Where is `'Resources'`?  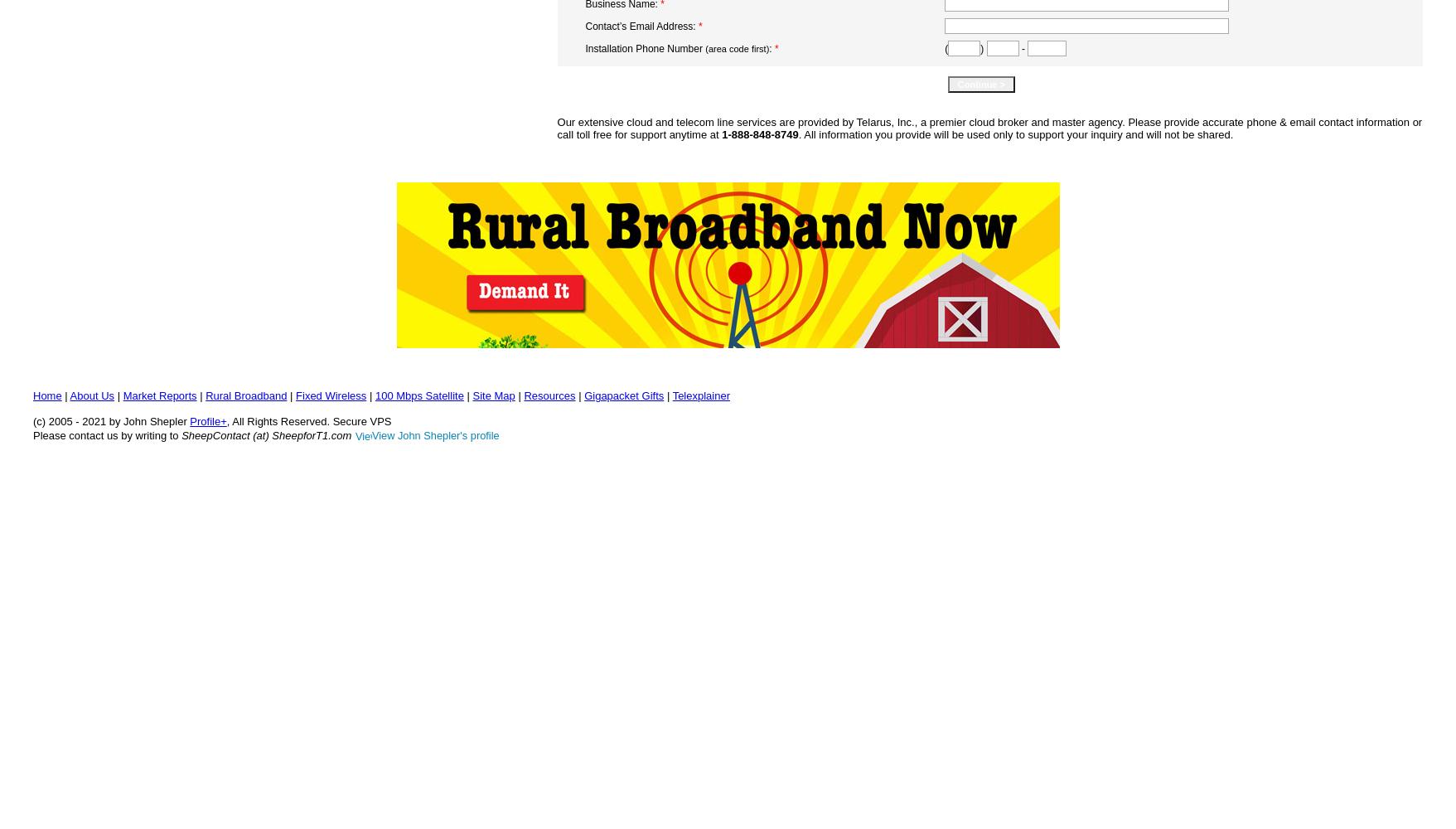 'Resources' is located at coordinates (548, 395).